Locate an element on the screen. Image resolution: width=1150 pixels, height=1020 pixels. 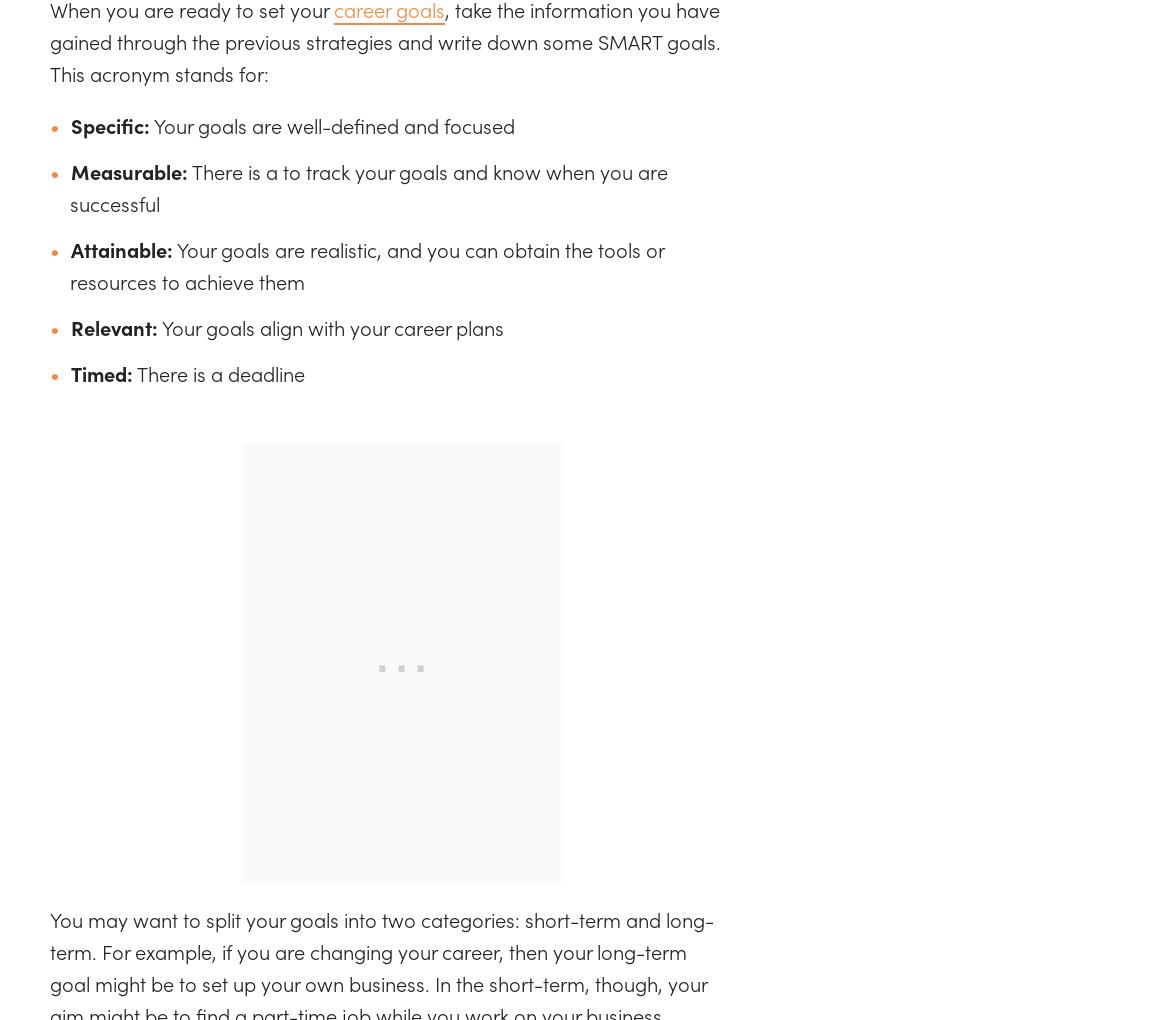
'Specific:' is located at coordinates (109, 123).